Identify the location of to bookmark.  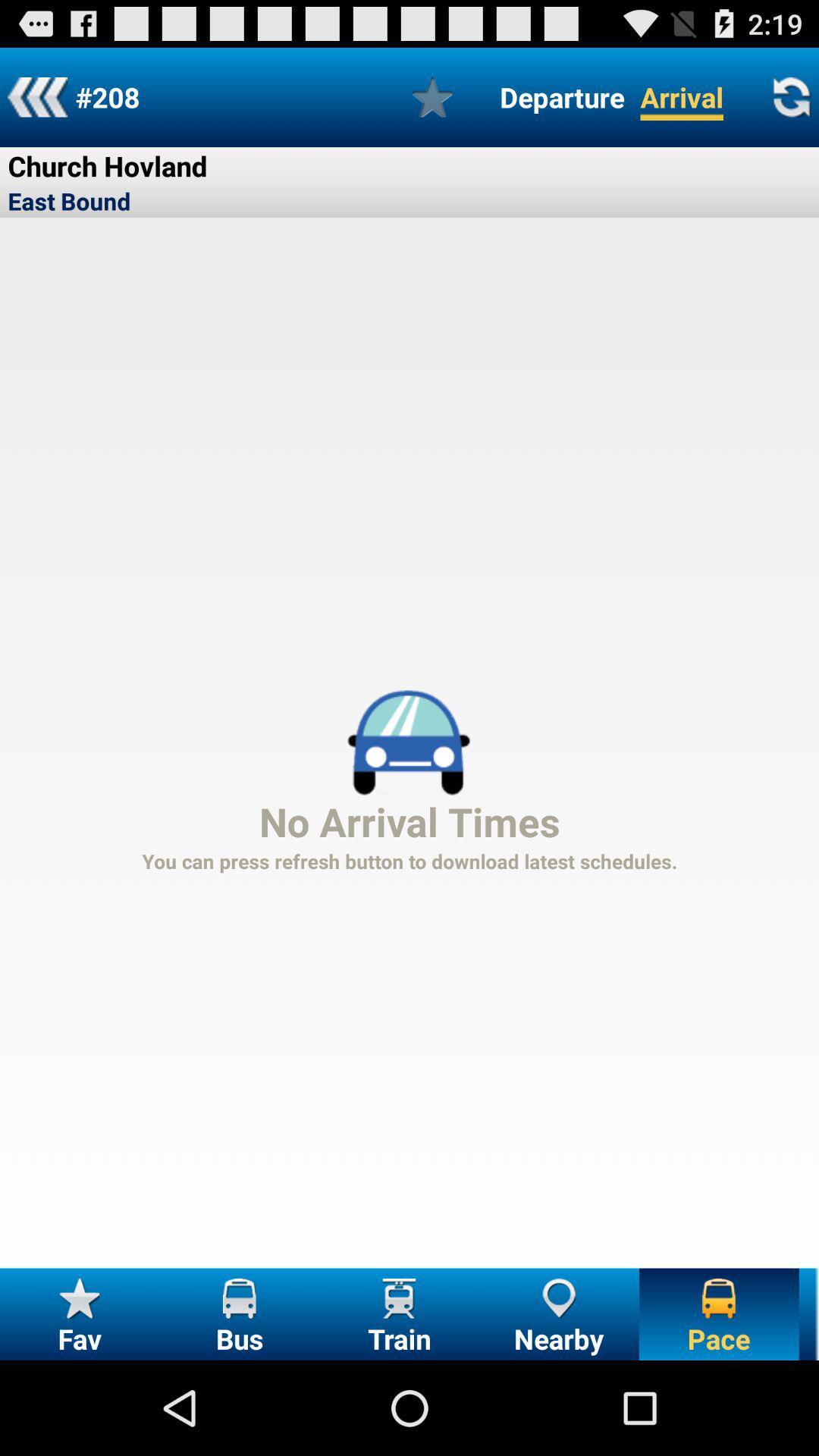
(432, 96).